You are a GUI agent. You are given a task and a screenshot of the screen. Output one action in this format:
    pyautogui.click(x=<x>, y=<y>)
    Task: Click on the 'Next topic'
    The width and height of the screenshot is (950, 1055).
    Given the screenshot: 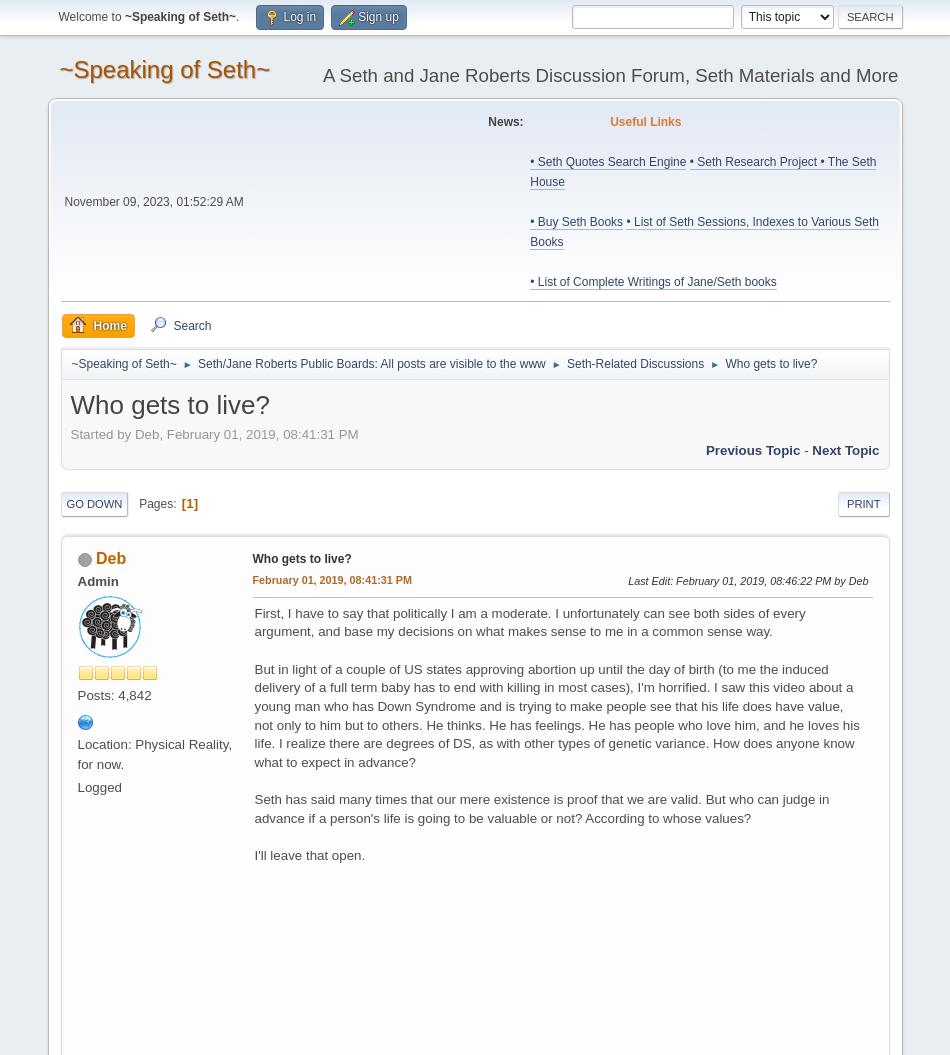 What is the action you would take?
    pyautogui.click(x=844, y=449)
    